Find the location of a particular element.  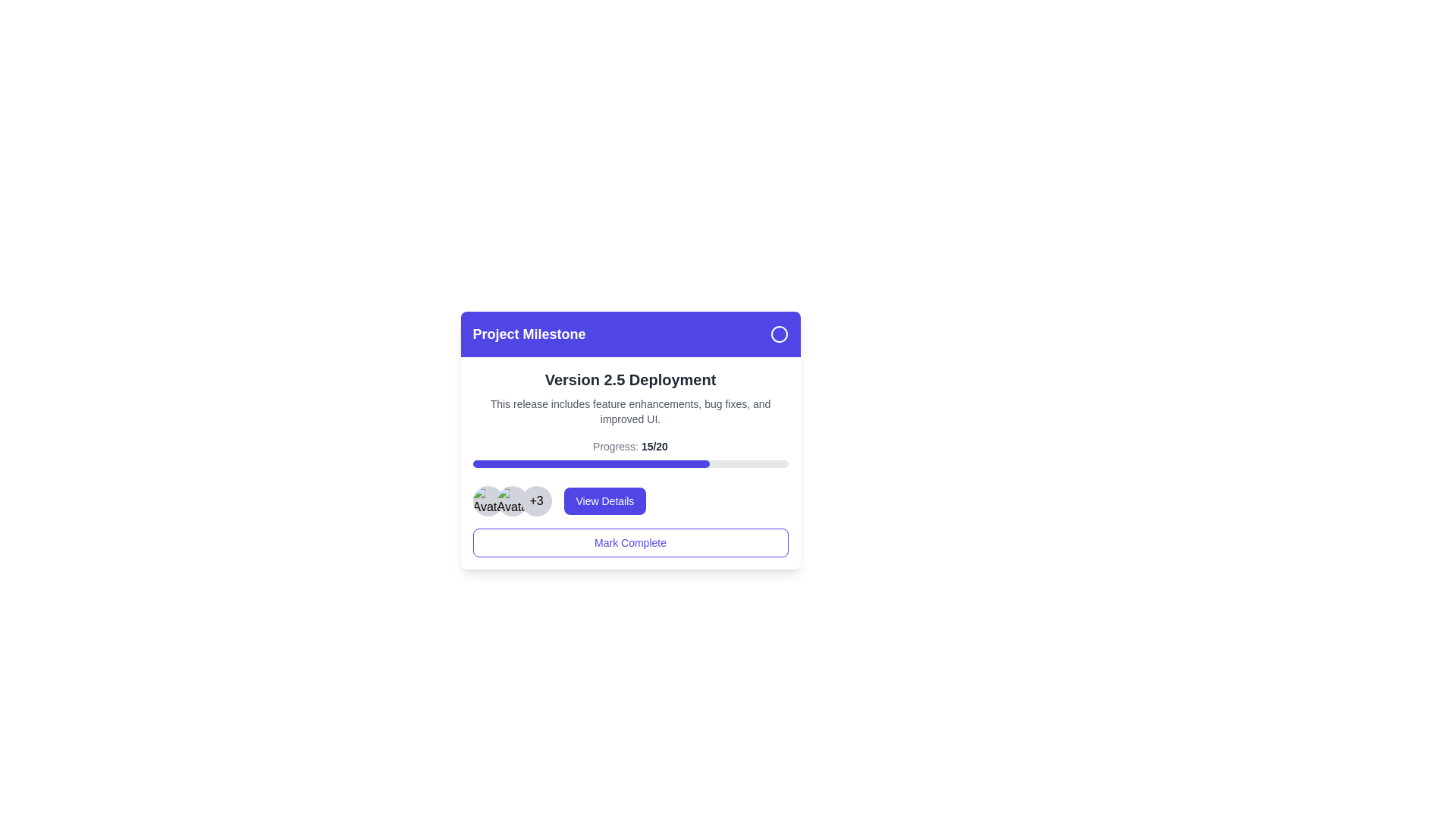

the button located to the right of the avatars section, below the progress bar, to trigger the hover state is located at coordinates (604, 500).